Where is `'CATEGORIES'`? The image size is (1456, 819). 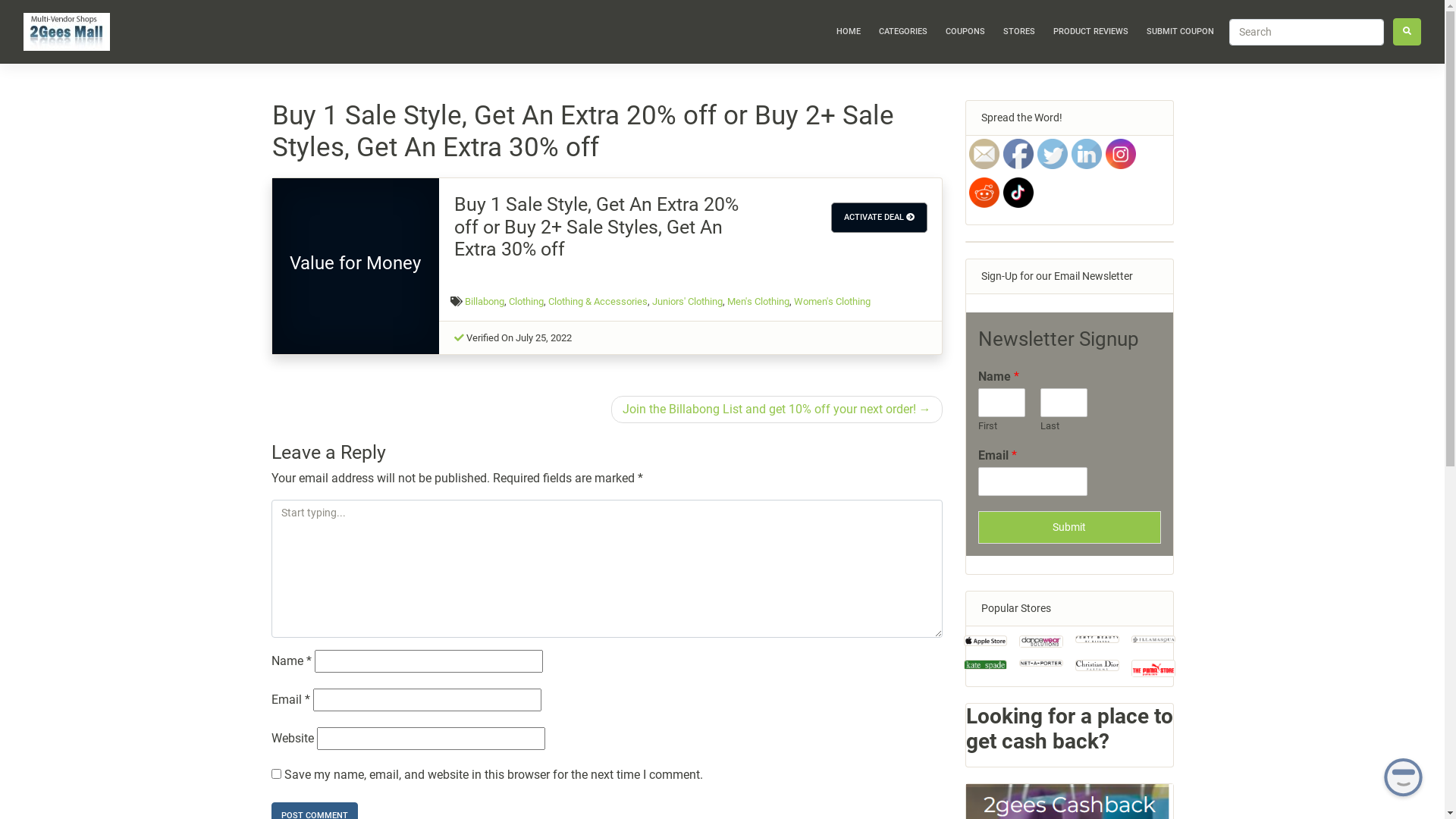 'CATEGORIES' is located at coordinates (902, 32).